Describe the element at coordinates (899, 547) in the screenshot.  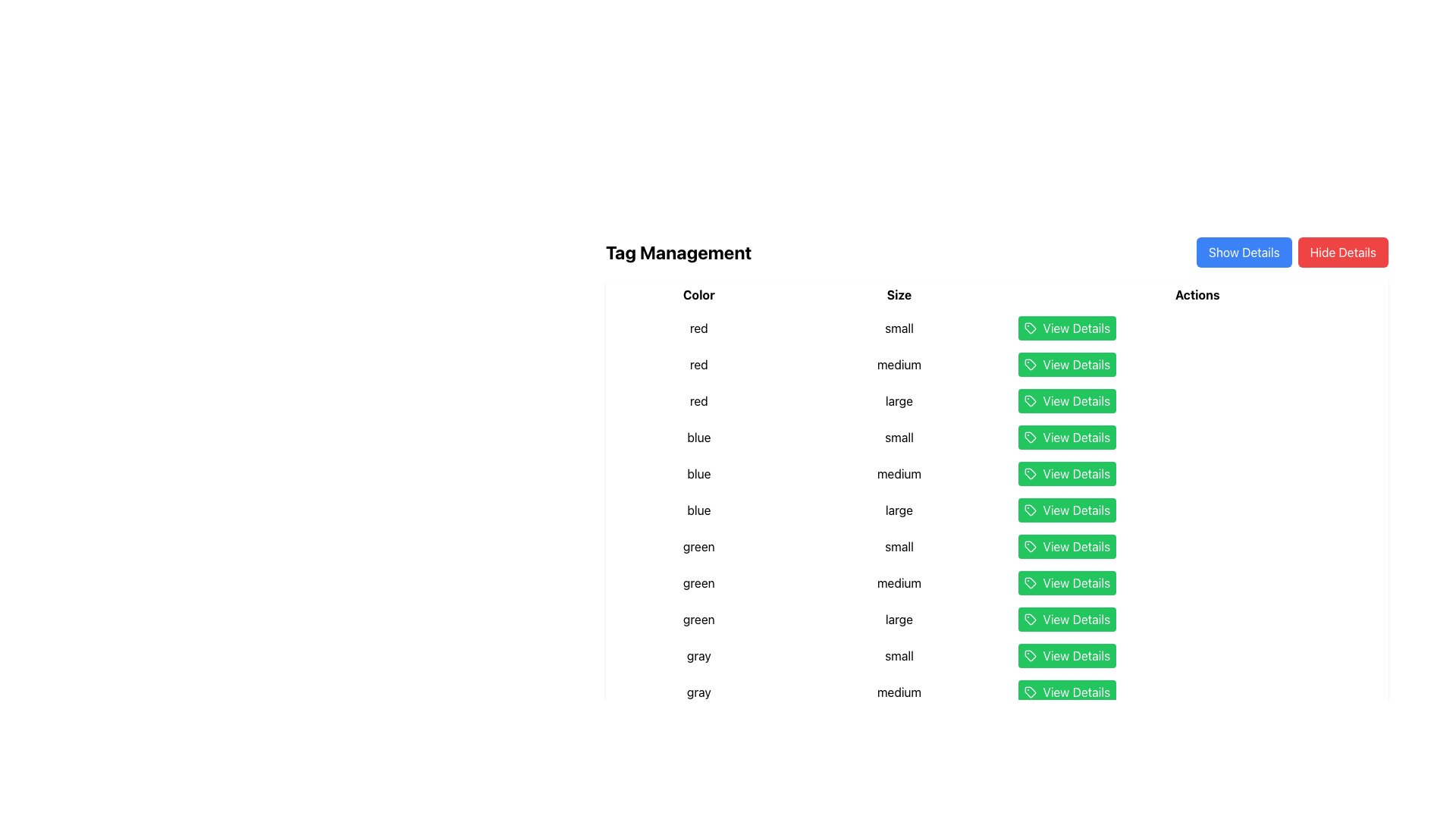
I see `the text label 'small' located under the 'Size' column in the grid layout, positioned between the 'green' label and the 'View Details' button` at that location.